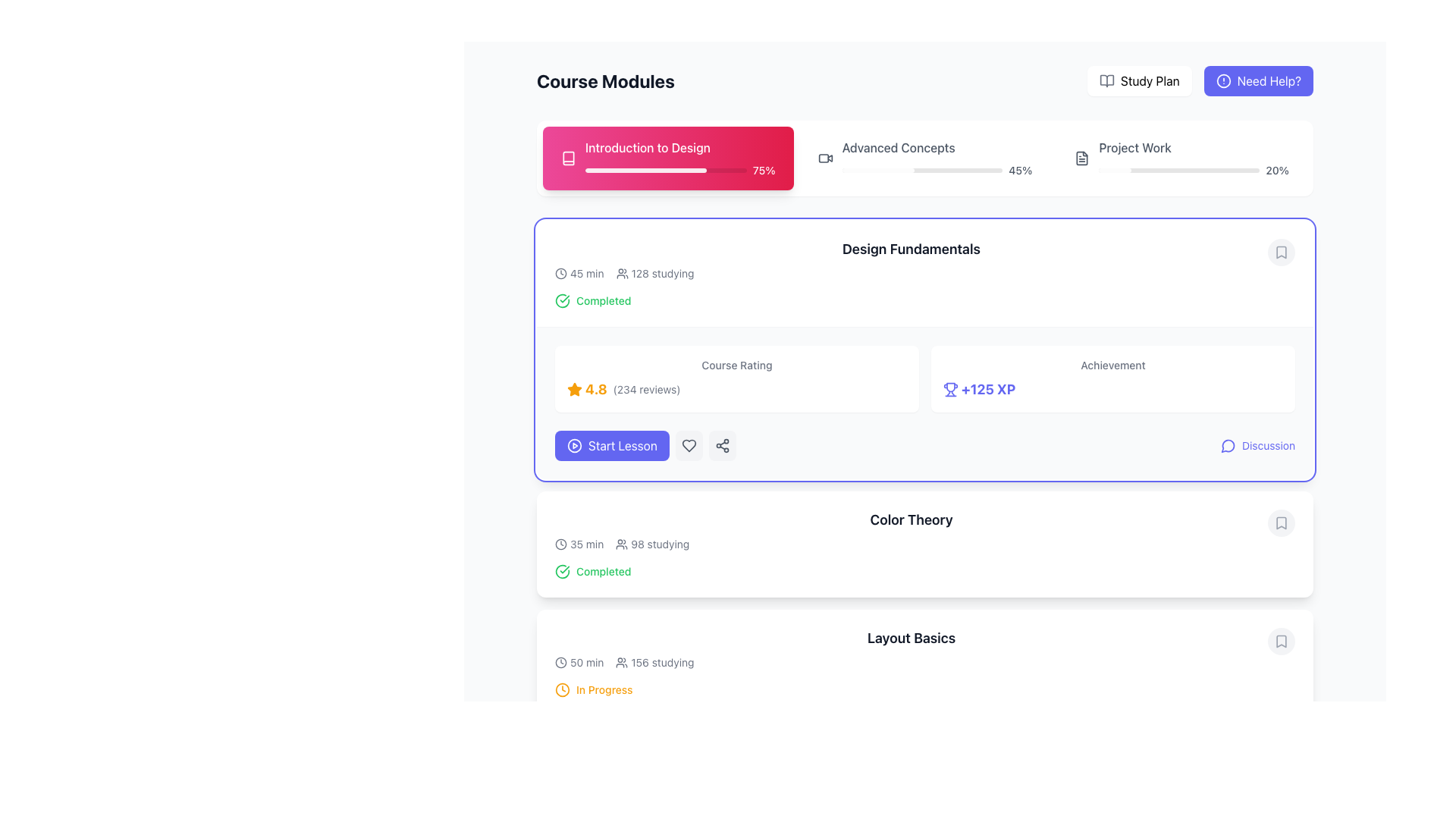  Describe the element at coordinates (1178, 170) in the screenshot. I see `the background track of the progress bar located in the 'Project Work' section, positioned horizontally and aligned under its title` at that location.